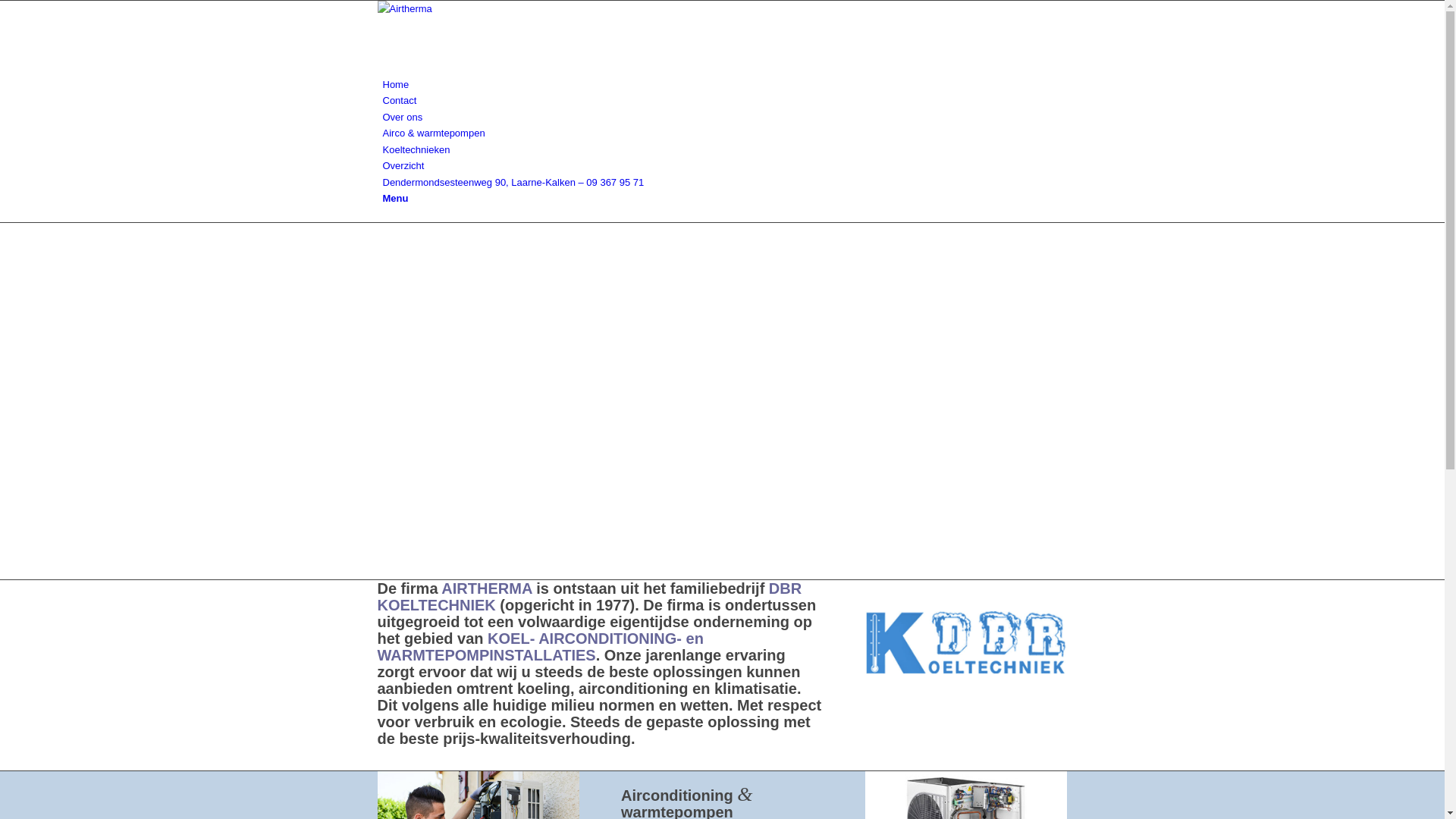 The width and height of the screenshot is (1456, 819). Describe the element at coordinates (475, 762) in the screenshot. I see `'Contacteer ons voor uw vragen of een offerte'` at that location.